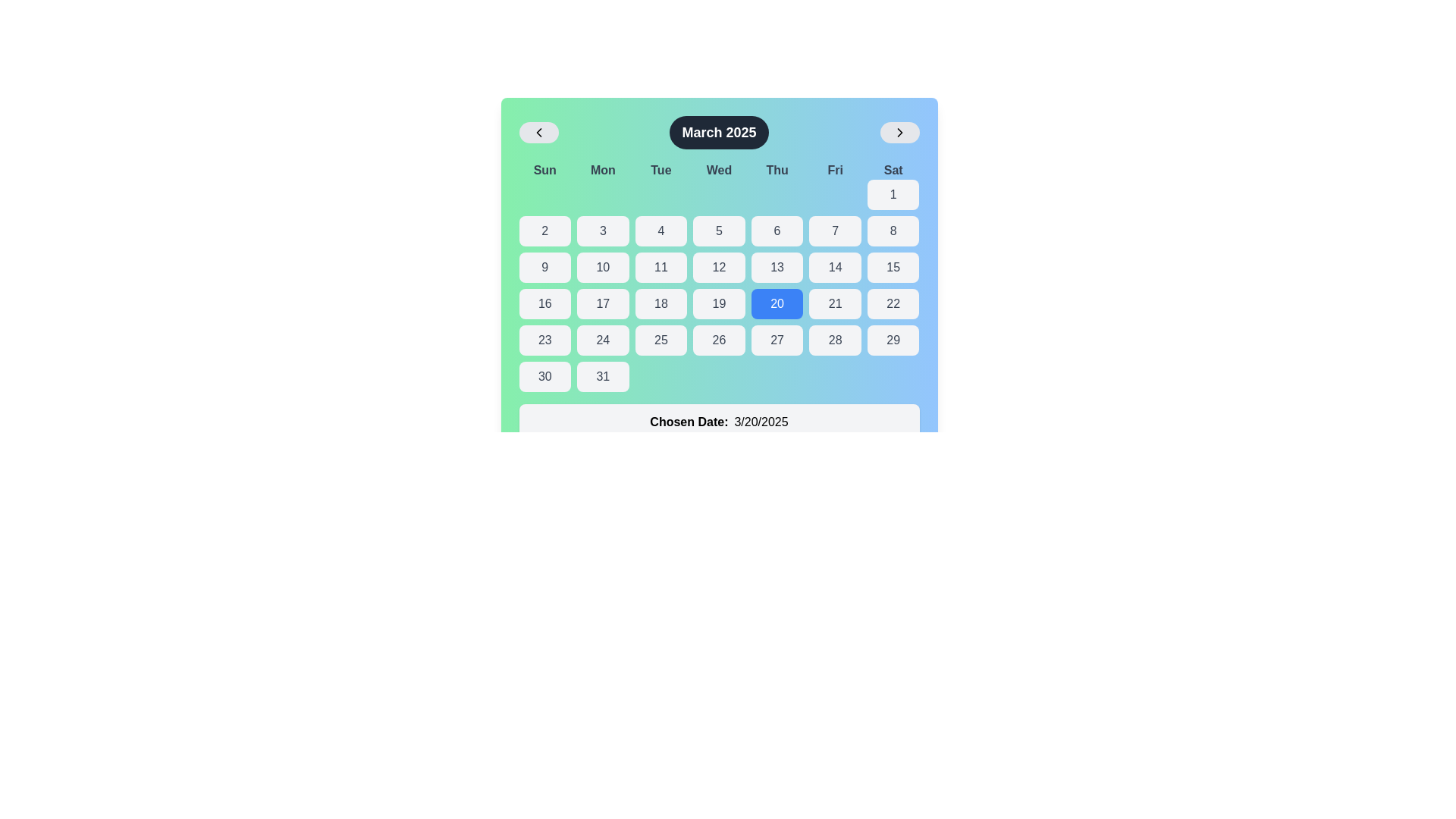  Describe the element at coordinates (602, 376) in the screenshot. I see `the rectangular button with a white background and grey text reading '31', located in the last row of a 7x6 grid layout, positioned at the bottom-right corner of the grid` at that location.